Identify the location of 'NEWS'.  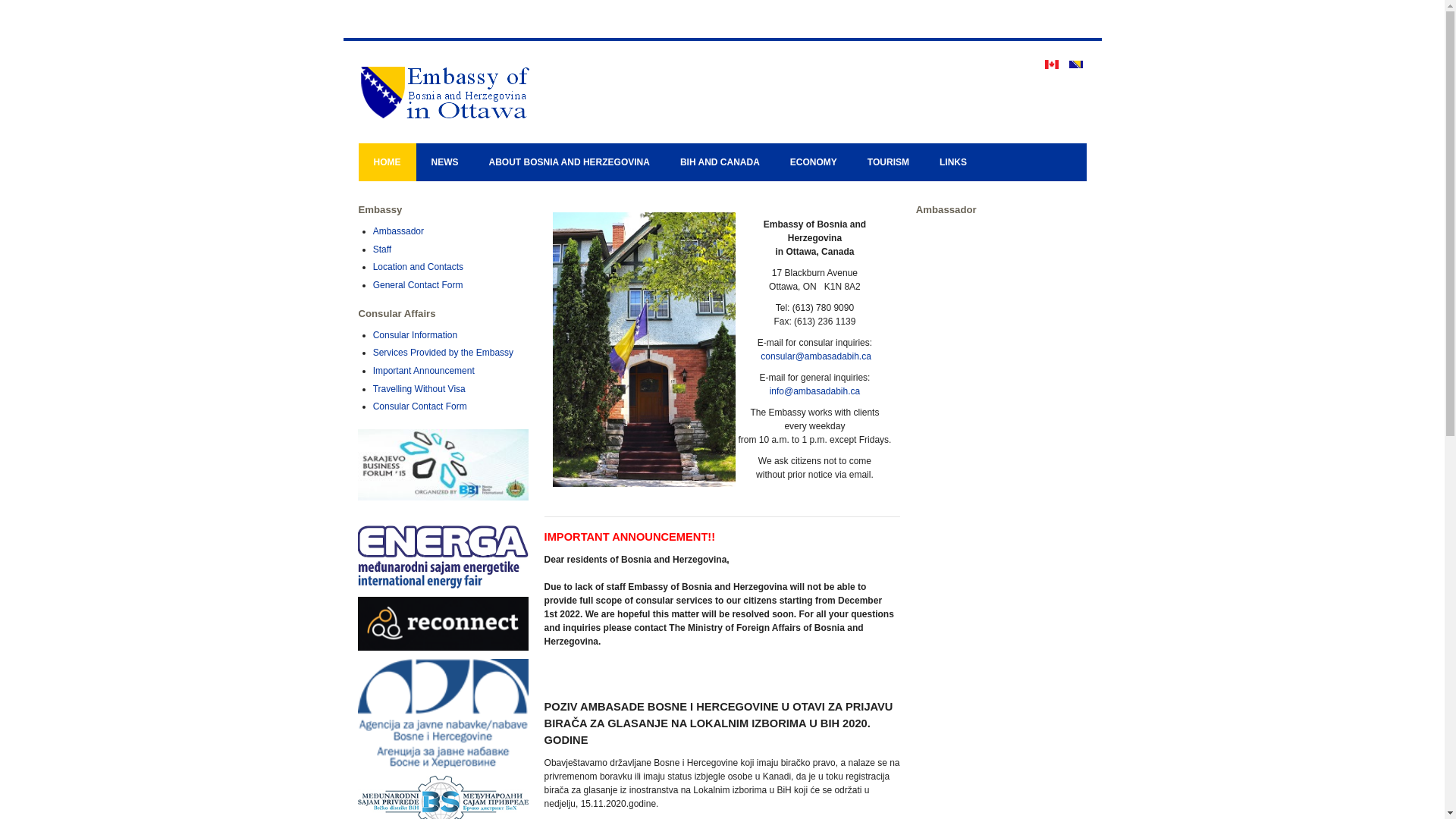
(443, 162).